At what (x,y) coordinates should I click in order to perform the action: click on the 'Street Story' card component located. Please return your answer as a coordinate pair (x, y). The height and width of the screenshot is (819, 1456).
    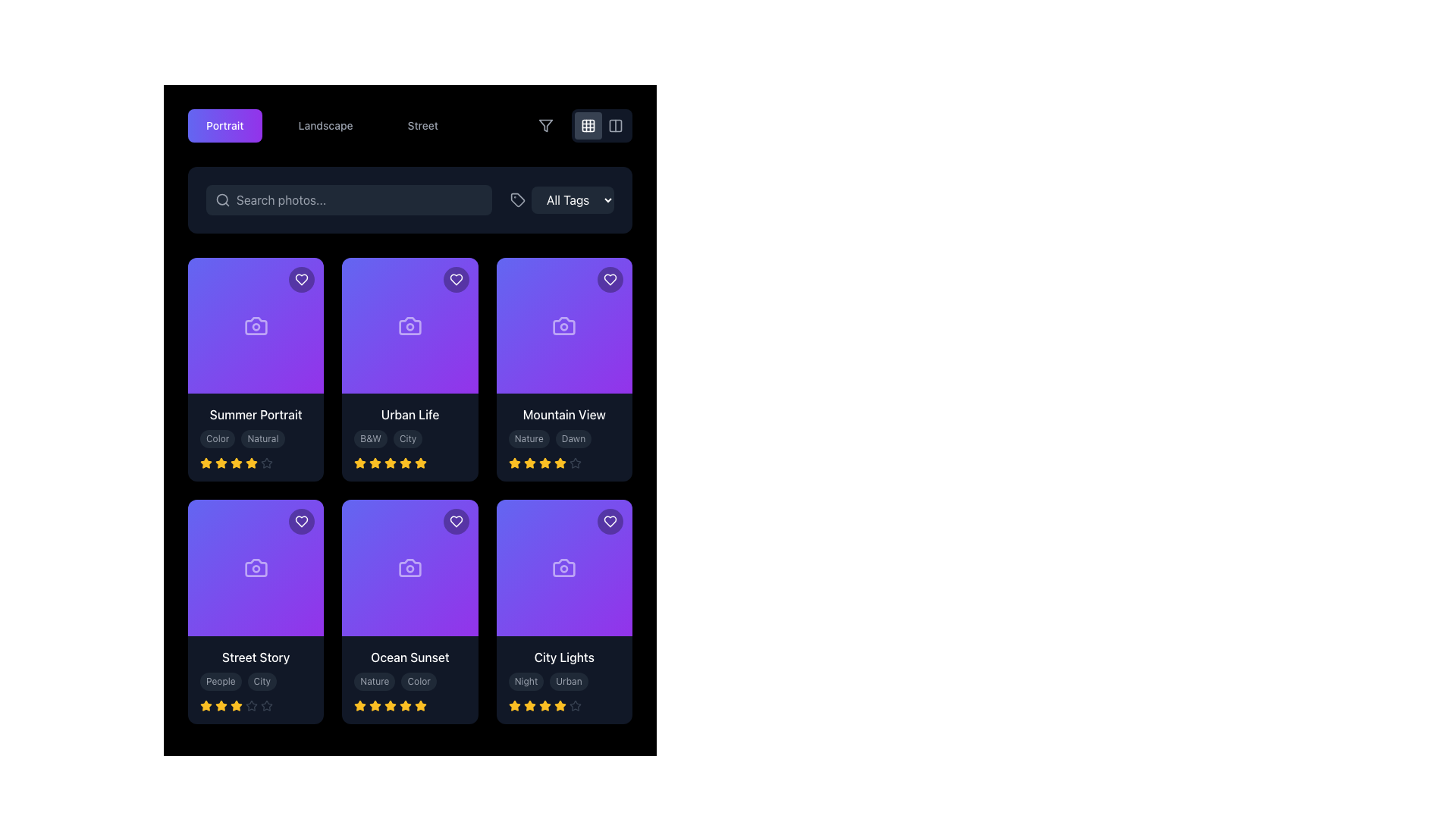
    Looking at the image, I should click on (256, 610).